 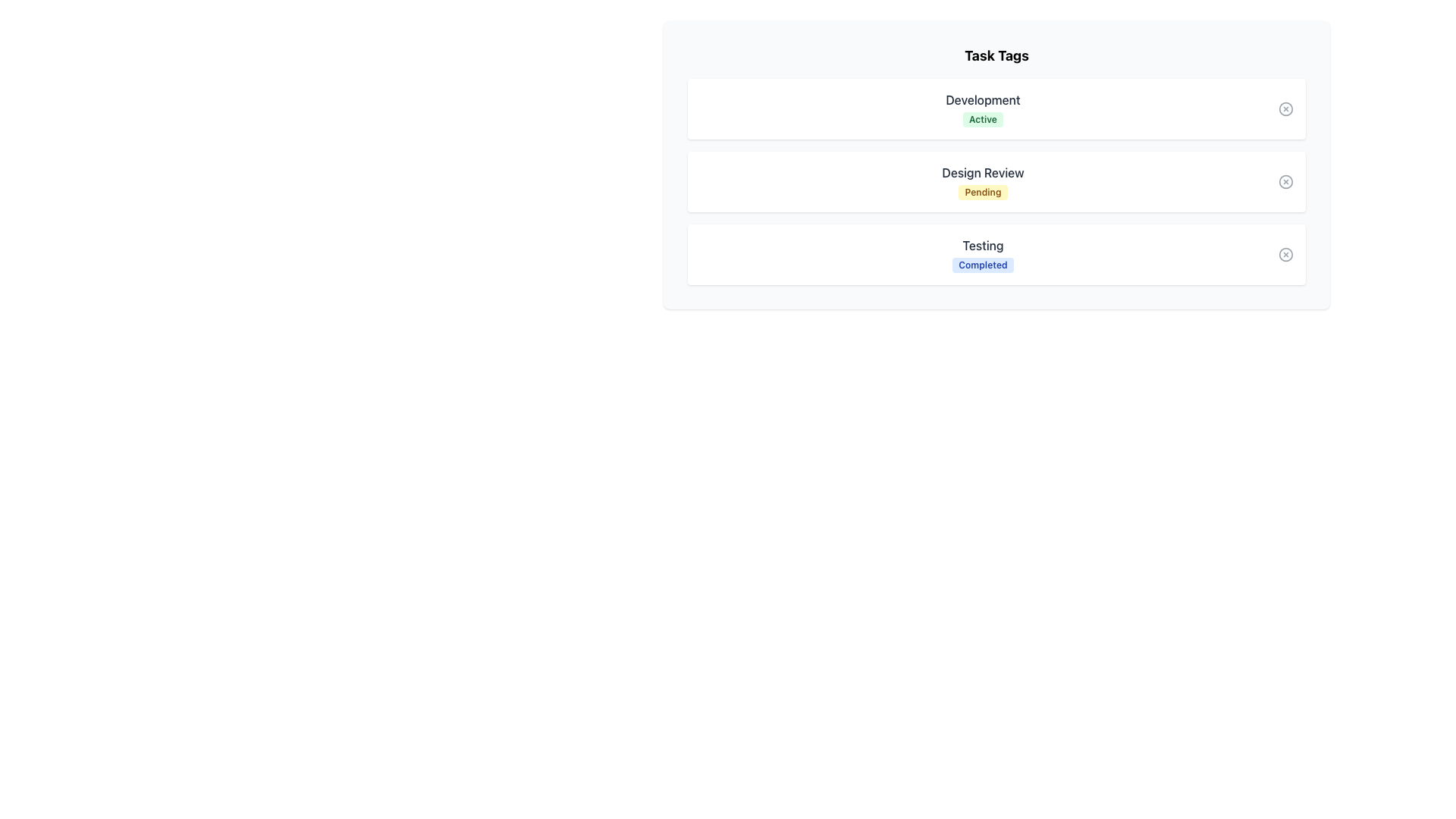 I want to click on status text displayed in the green badge labeled 'Active' located in the Label group under the header 'Task Tags', so click(x=983, y=108).